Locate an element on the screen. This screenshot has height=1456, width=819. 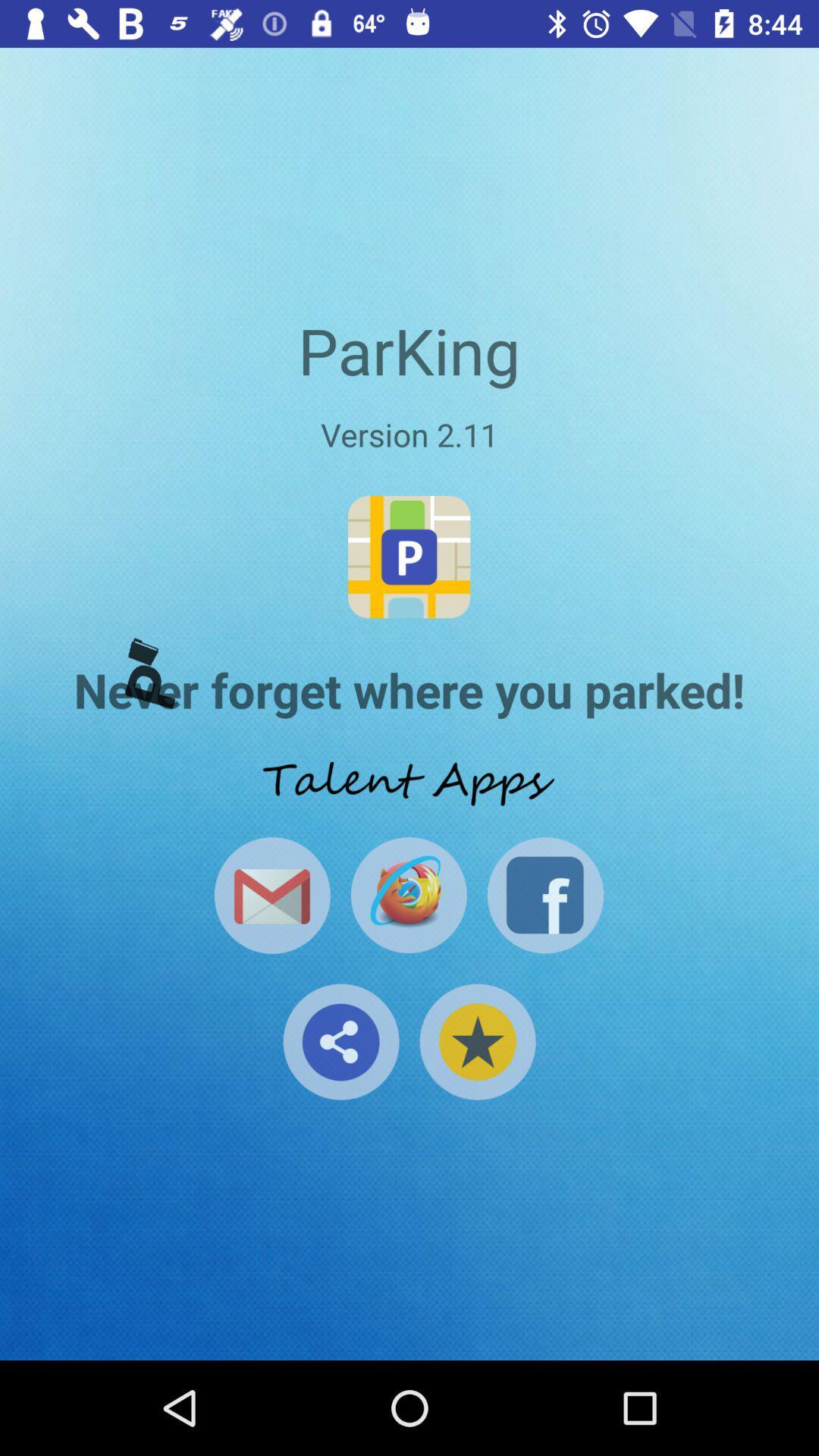
the share icon is located at coordinates (341, 1040).